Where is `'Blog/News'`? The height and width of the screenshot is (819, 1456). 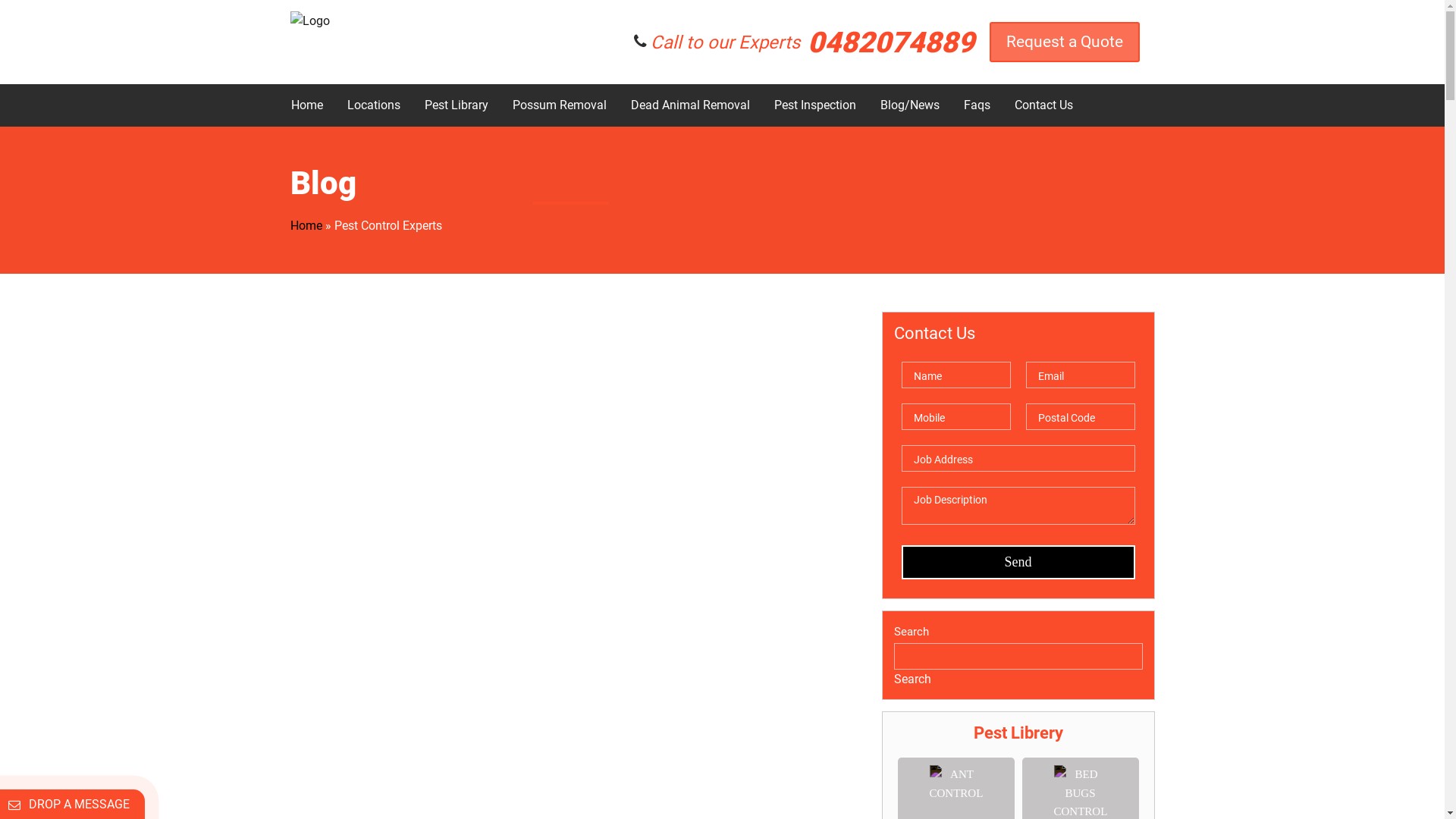 'Blog/News' is located at coordinates (910, 104).